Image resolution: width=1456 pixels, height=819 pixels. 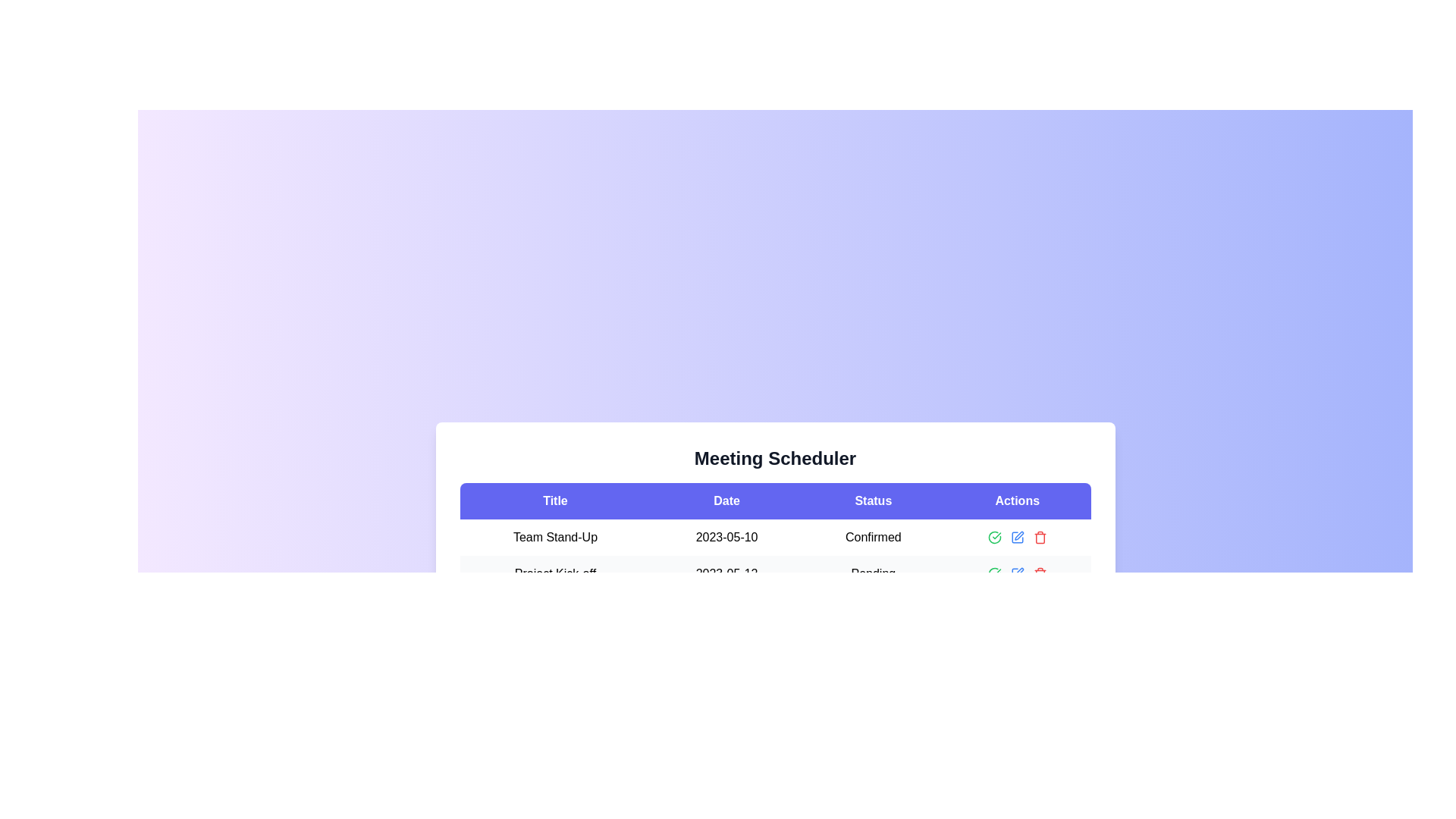 What do you see at coordinates (554, 537) in the screenshot?
I see `the static text label displaying 'Team Stand-Up', which is located in the first column of a table row under the 'Title' section` at bounding box center [554, 537].